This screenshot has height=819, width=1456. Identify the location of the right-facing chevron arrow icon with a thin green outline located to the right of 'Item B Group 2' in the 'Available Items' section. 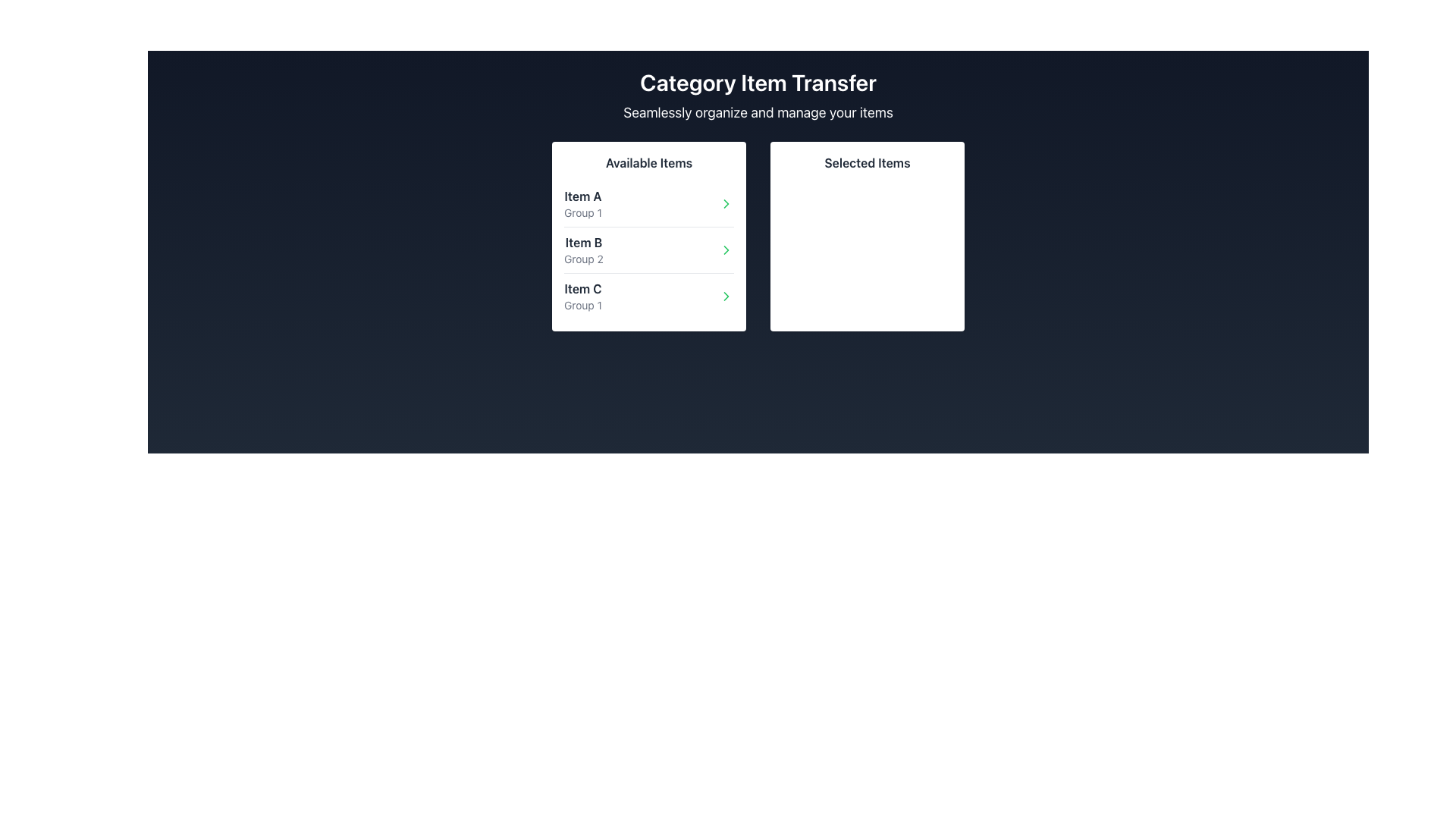
(726, 249).